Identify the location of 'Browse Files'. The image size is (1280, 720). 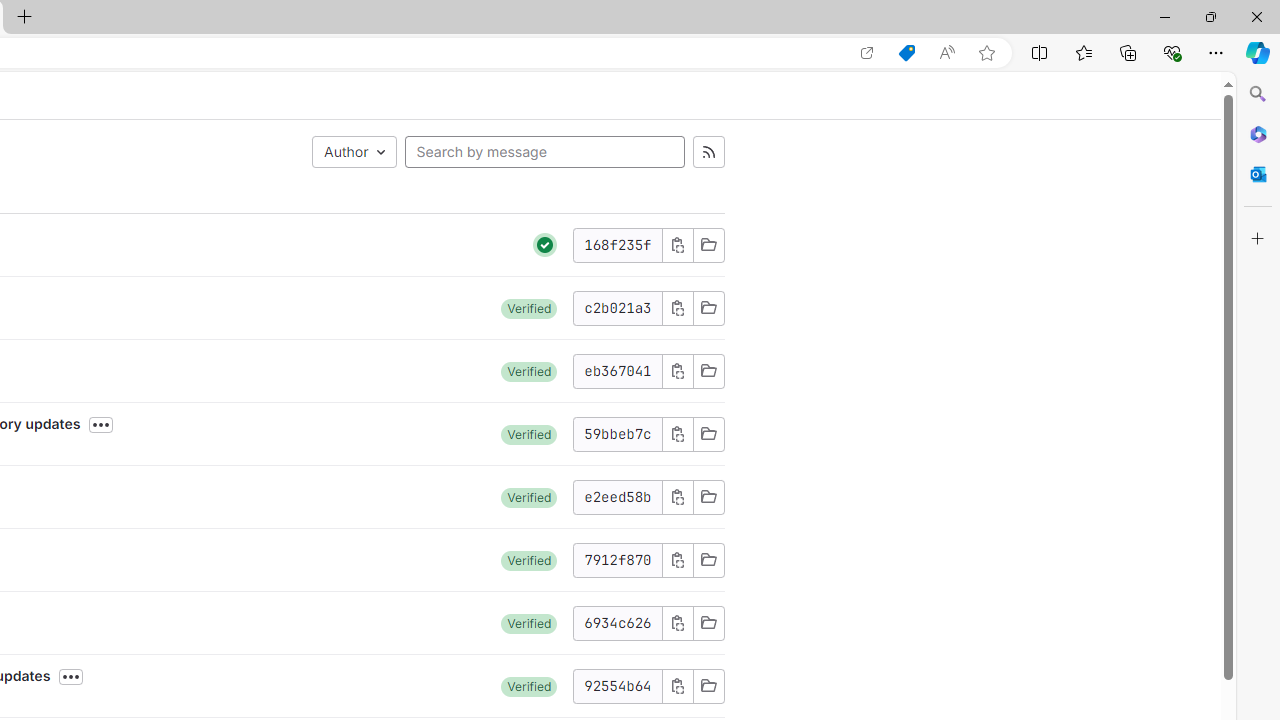
(708, 685).